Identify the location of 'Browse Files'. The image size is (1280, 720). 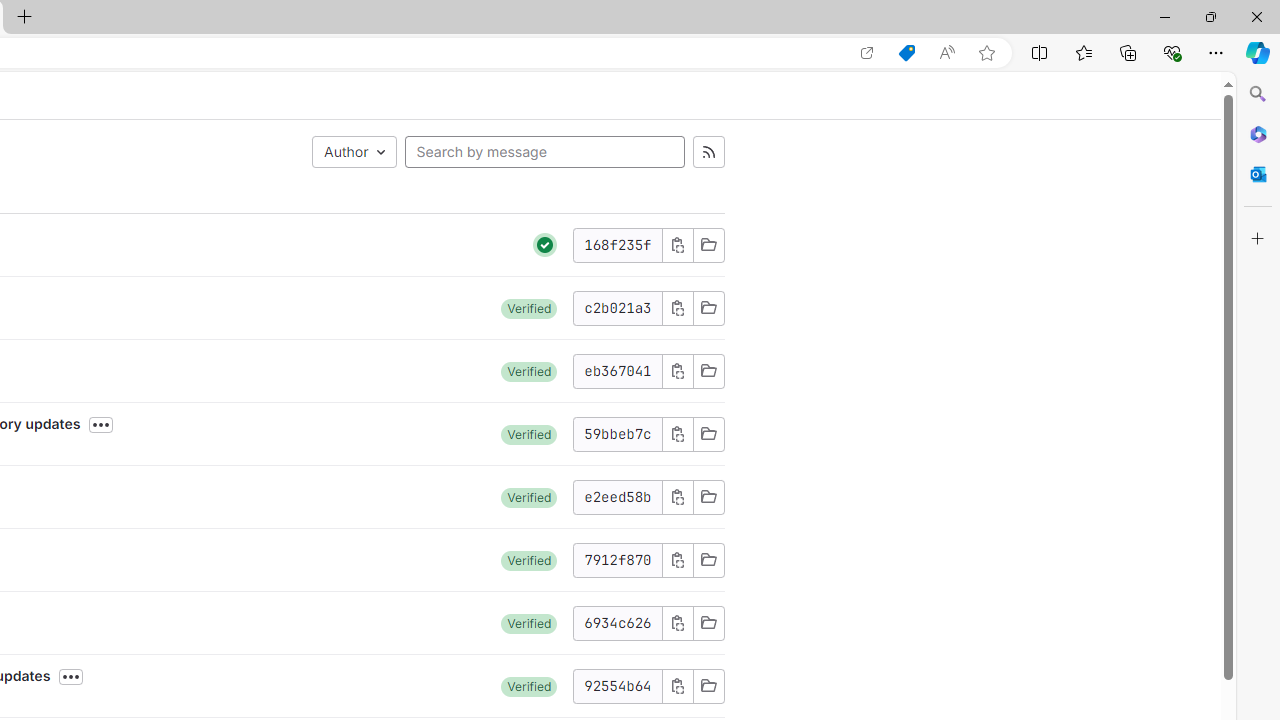
(708, 685).